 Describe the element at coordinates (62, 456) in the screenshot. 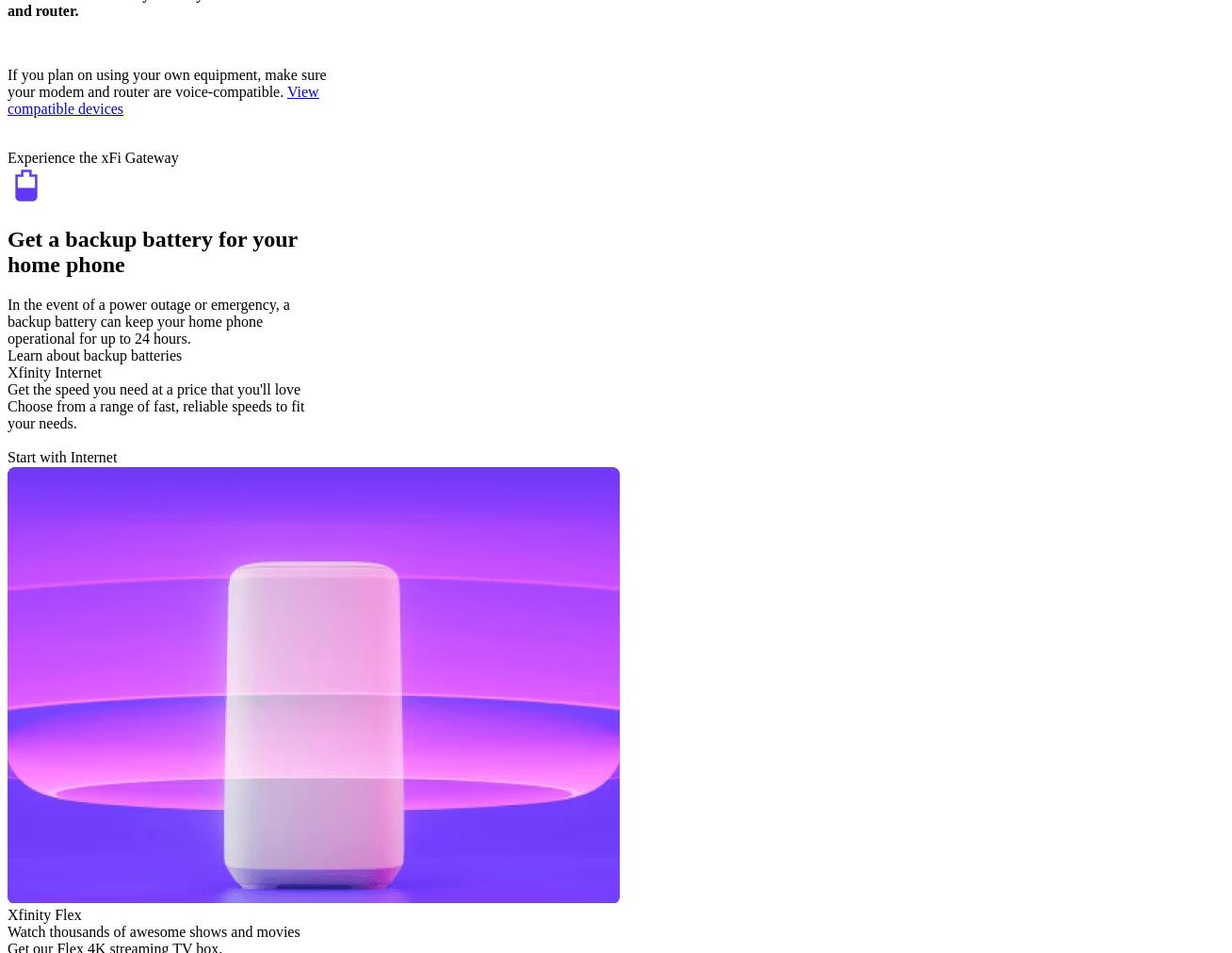

I see `'Start with Internet'` at that location.